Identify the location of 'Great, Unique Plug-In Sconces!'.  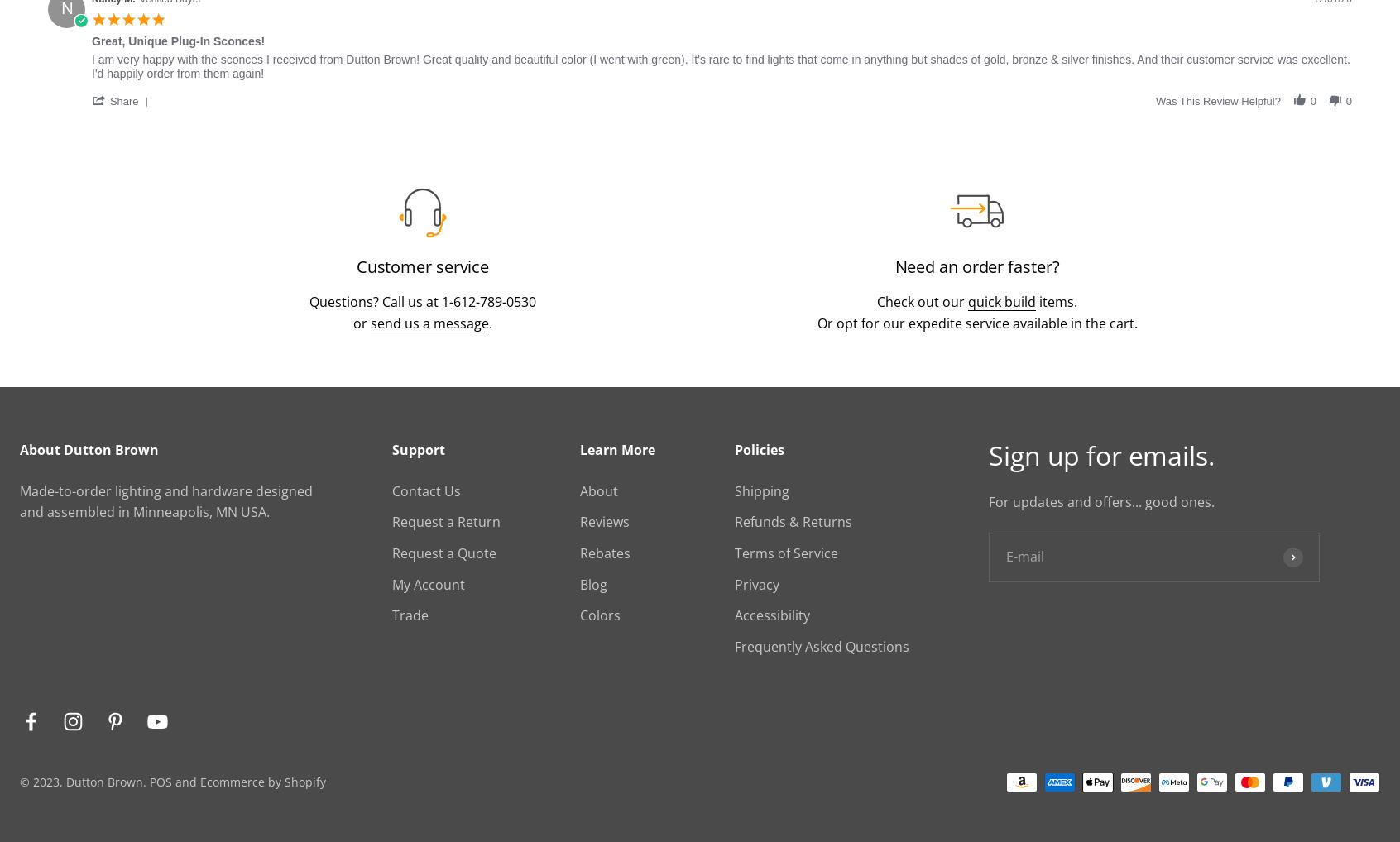
(178, 40).